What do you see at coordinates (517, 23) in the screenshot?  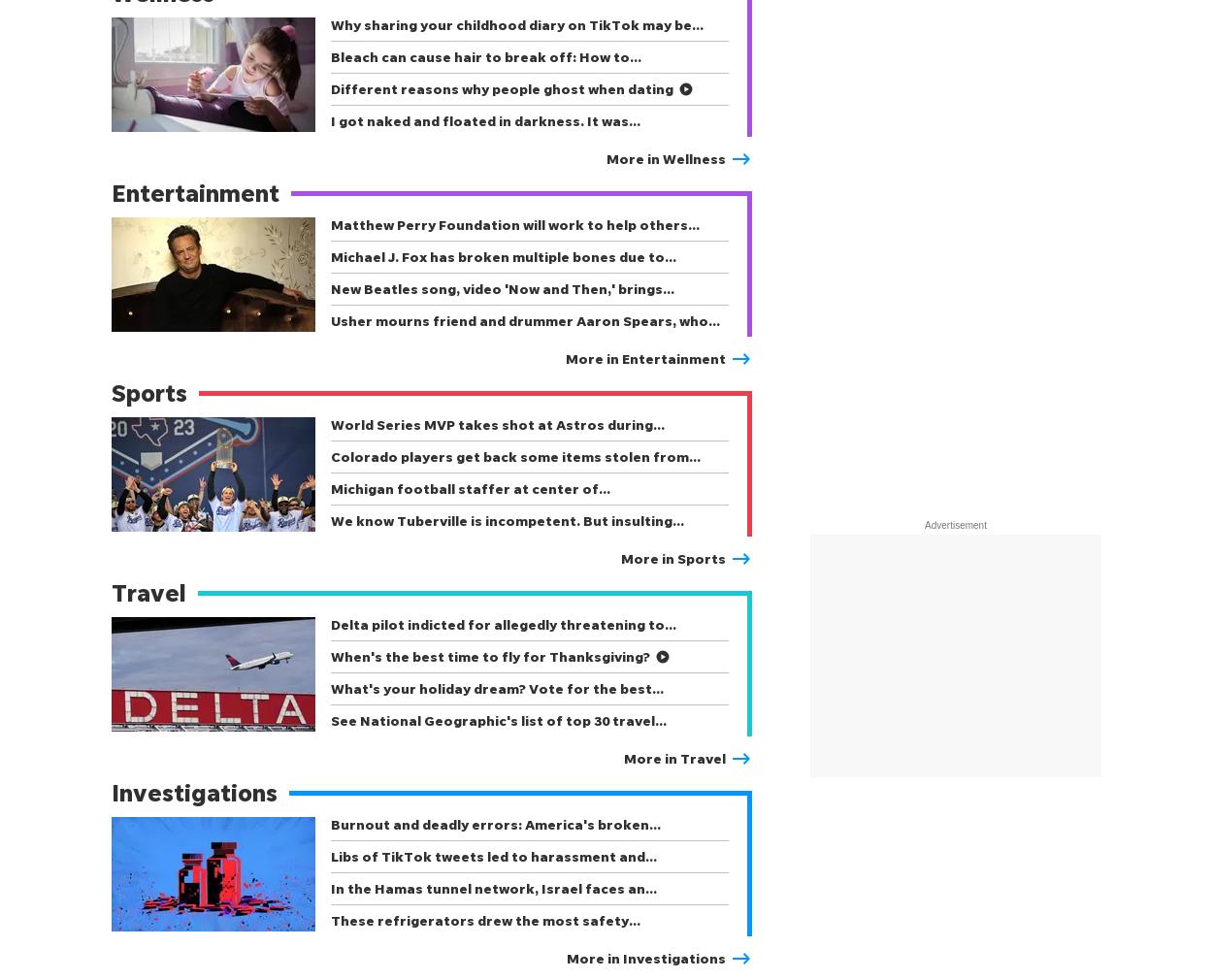 I see `'Why sharing your childhood diary on TikTok may be…'` at bounding box center [517, 23].